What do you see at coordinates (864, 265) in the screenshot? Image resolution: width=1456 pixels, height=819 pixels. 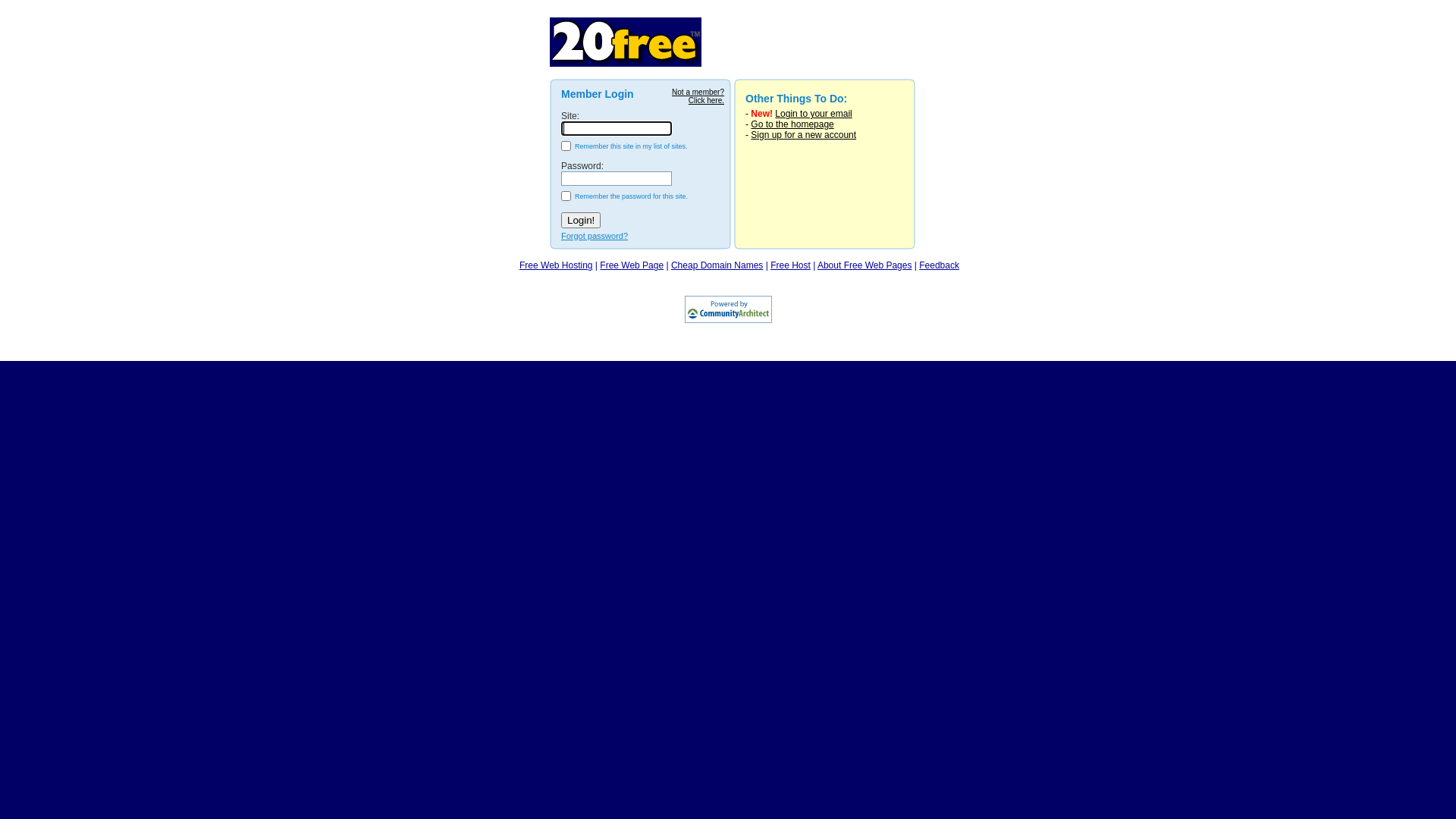 I see `'About Free Web Pages'` at bounding box center [864, 265].